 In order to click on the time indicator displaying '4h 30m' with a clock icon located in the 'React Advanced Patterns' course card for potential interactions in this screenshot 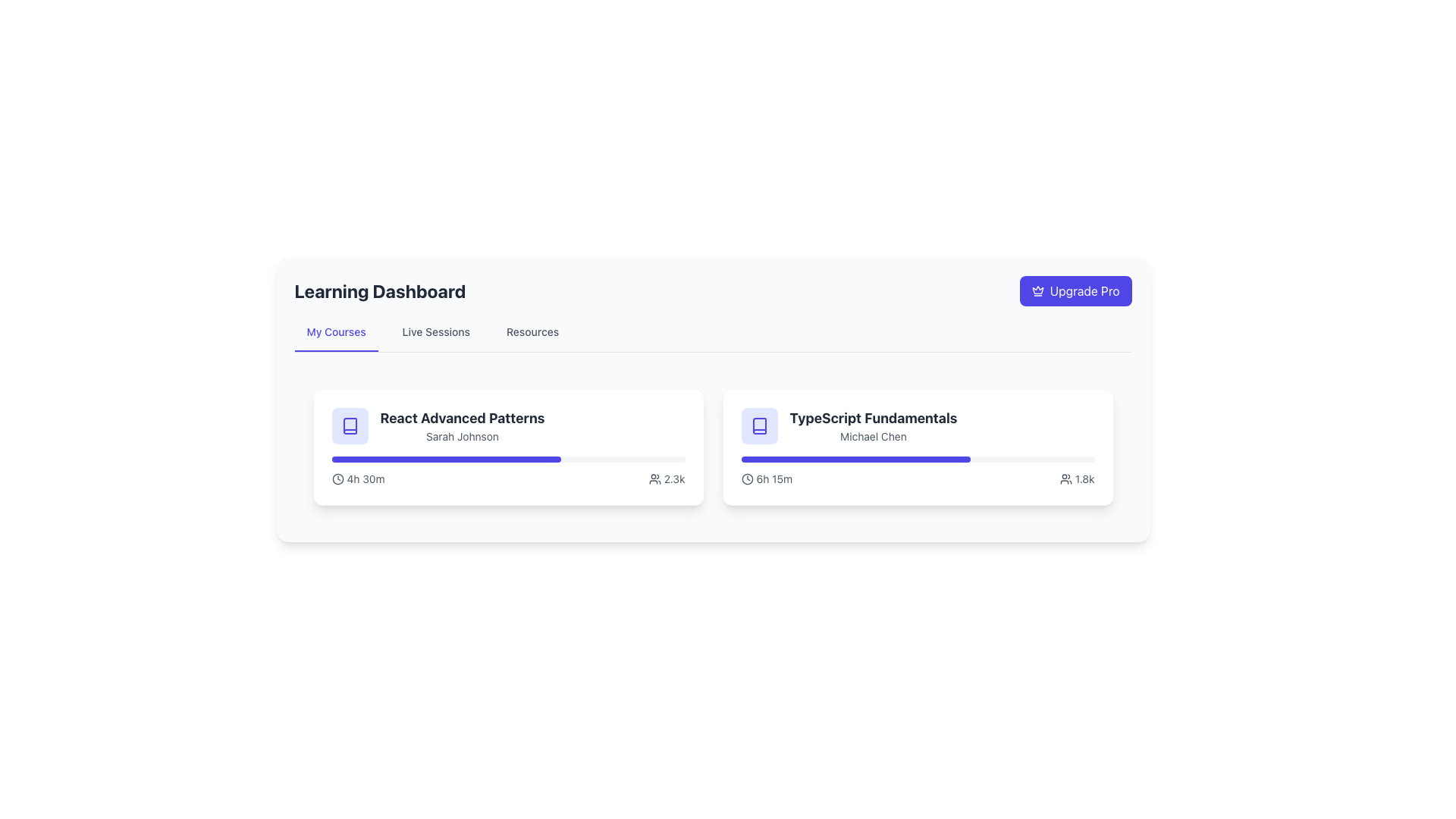, I will do `click(357, 479)`.